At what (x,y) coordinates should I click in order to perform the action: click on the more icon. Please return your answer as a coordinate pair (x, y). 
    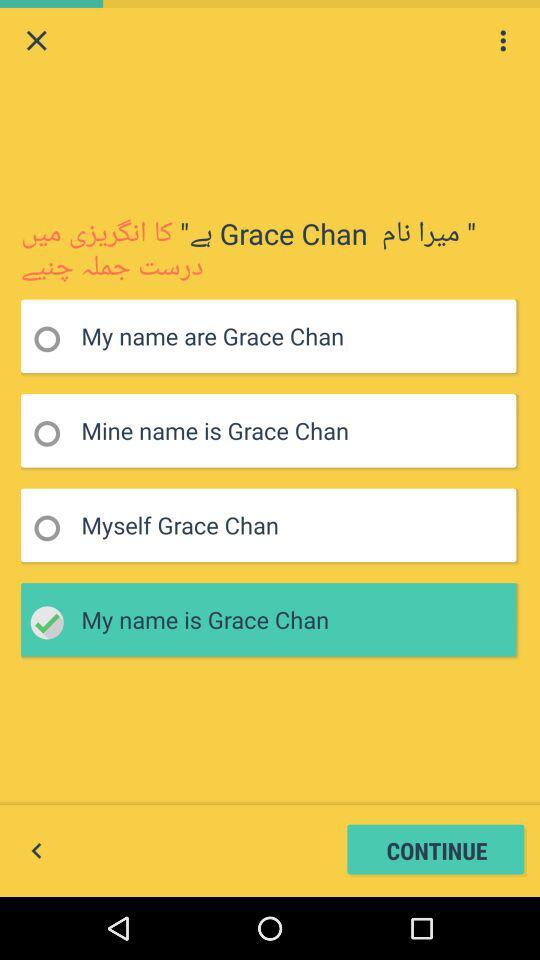
    Looking at the image, I should click on (502, 42).